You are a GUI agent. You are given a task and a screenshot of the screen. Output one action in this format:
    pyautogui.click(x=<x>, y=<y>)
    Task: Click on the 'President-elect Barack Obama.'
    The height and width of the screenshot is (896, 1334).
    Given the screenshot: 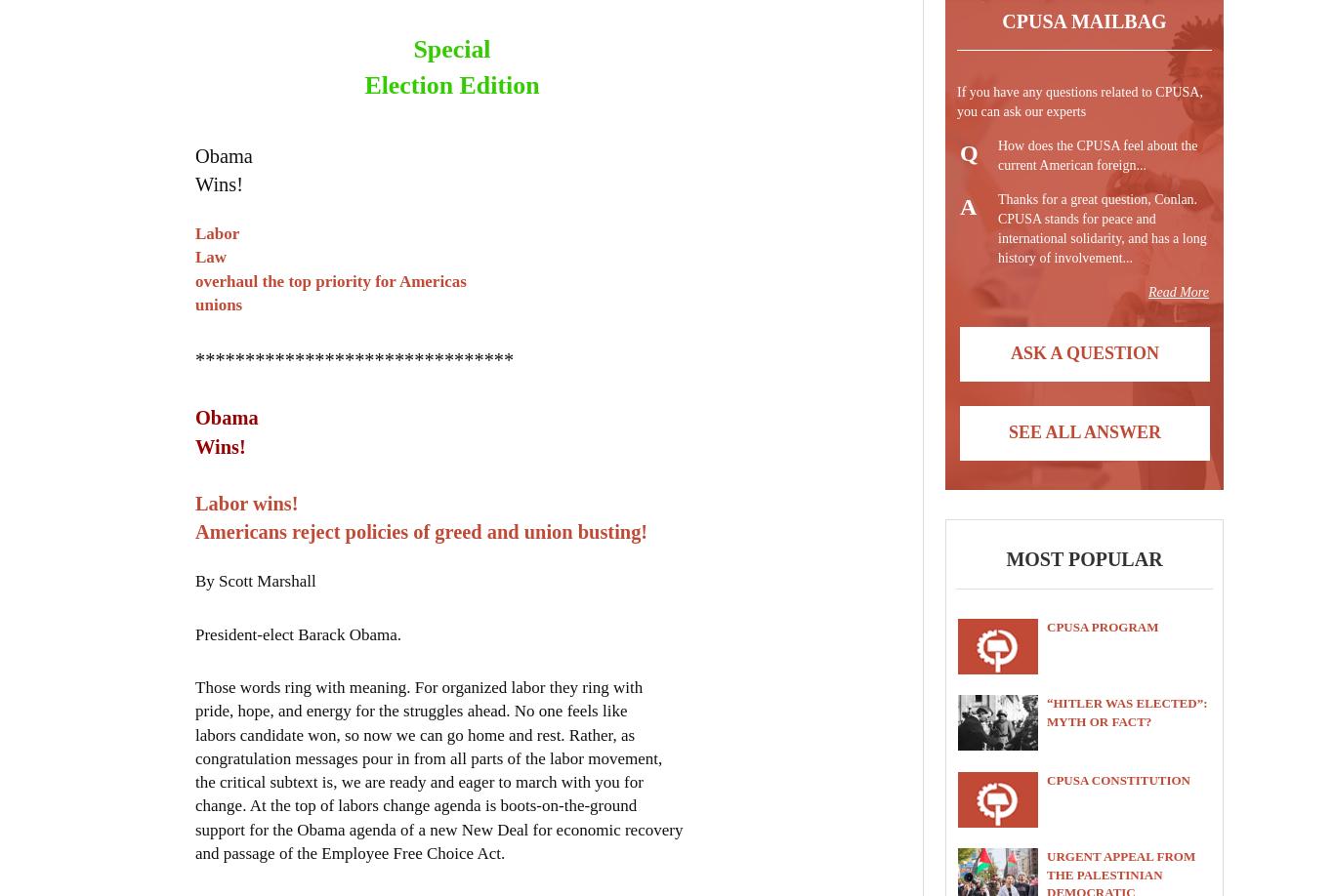 What is the action you would take?
    pyautogui.click(x=193, y=632)
    